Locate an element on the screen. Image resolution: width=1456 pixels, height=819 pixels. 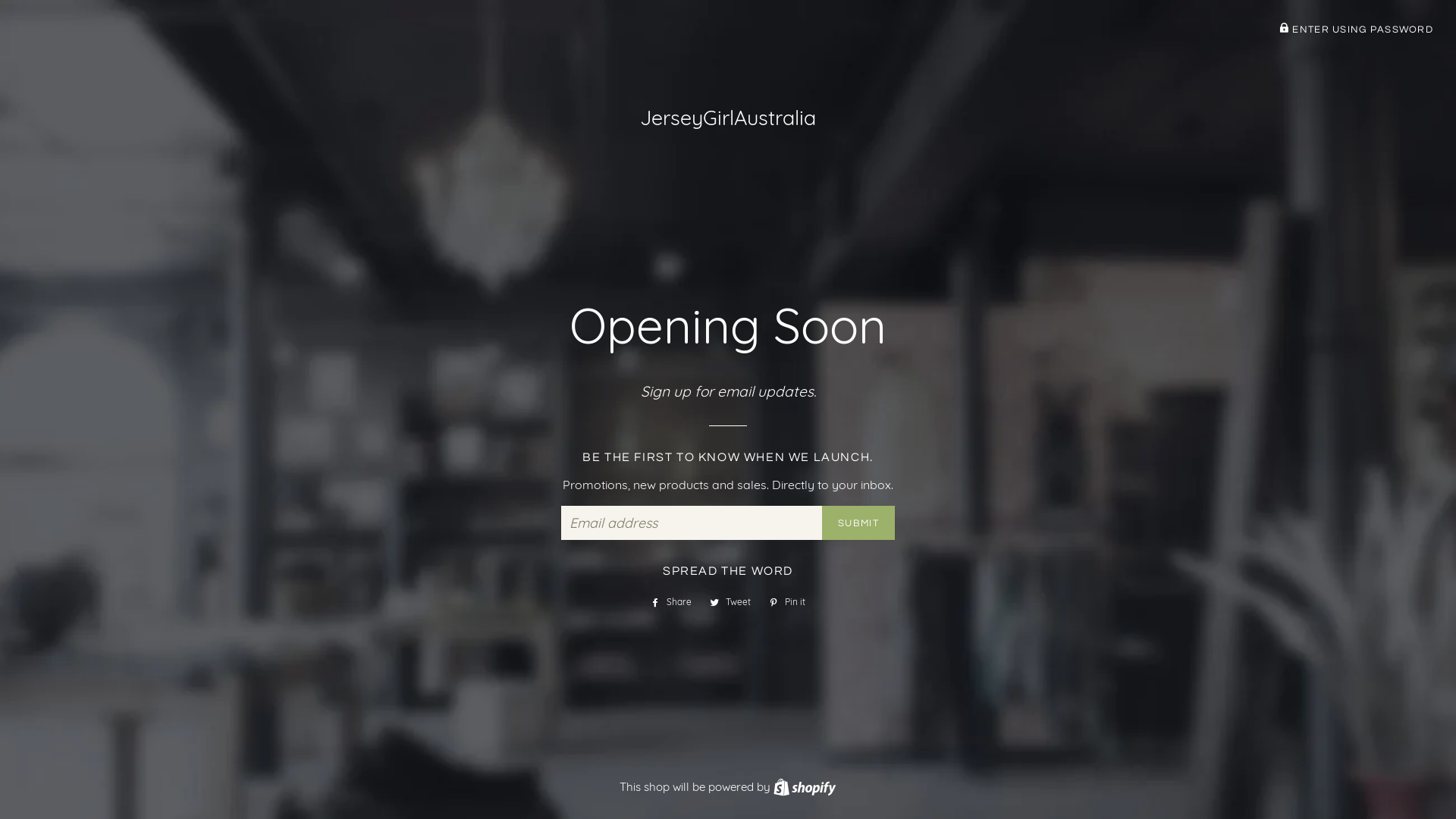
'LOCK ICON ENTER USING PASSWORD' is located at coordinates (1356, 30).